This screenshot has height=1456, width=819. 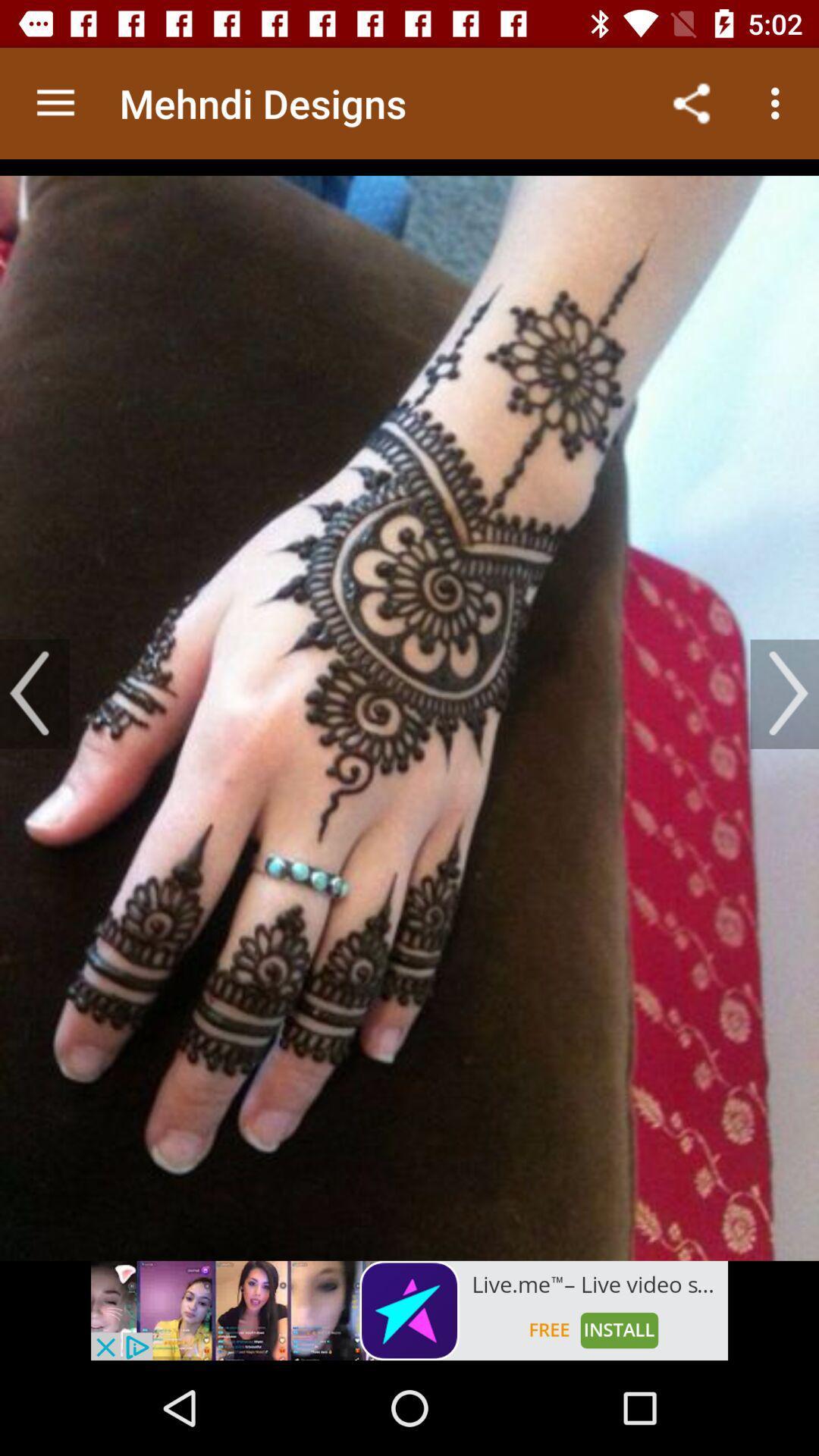 What do you see at coordinates (409, 709) in the screenshot?
I see `open design` at bounding box center [409, 709].